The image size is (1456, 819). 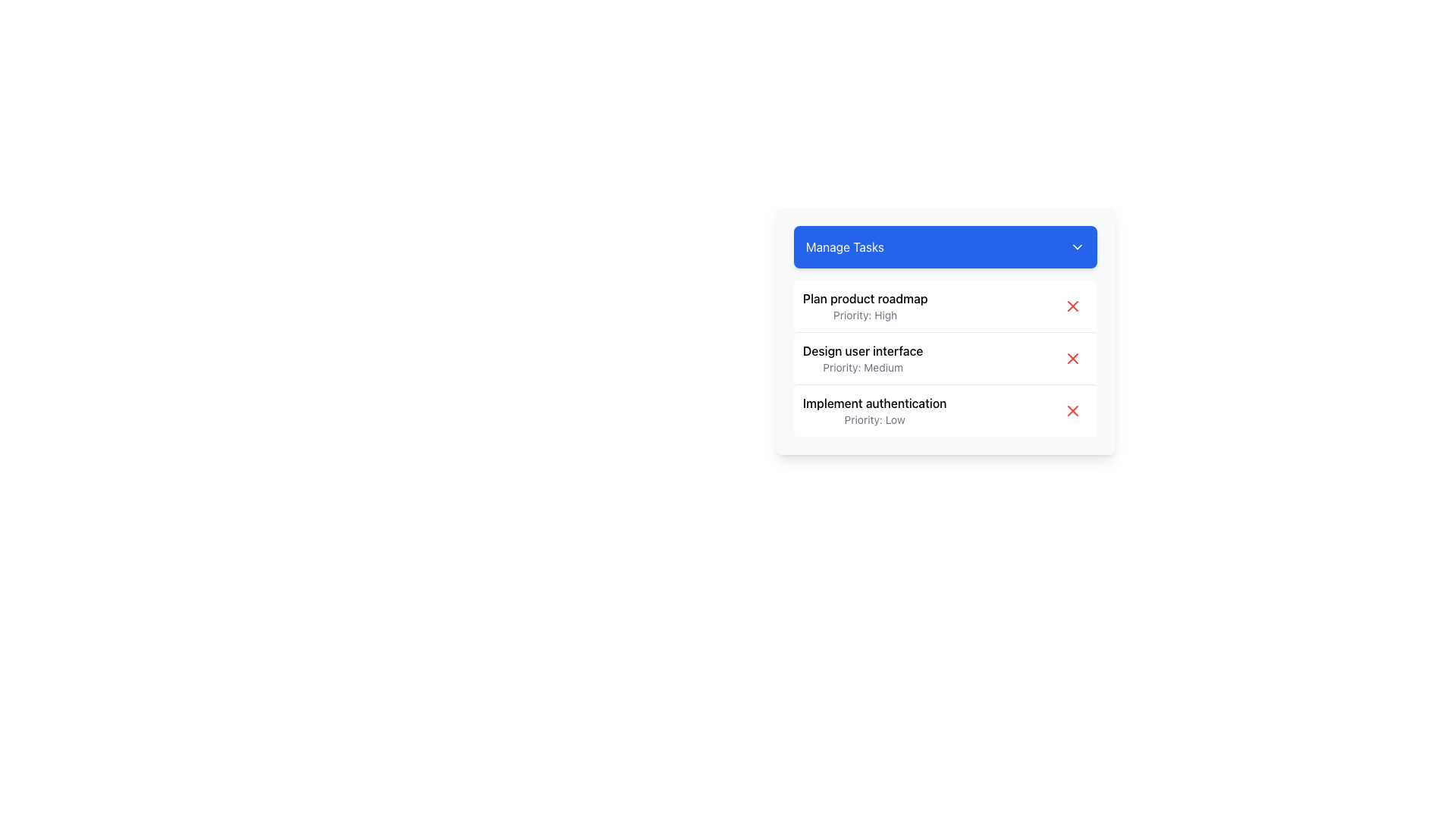 What do you see at coordinates (1072, 411) in the screenshot?
I see `the delete button, which is the third 'X' icon in the vertically arranged list within the task management panel` at bounding box center [1072, 411].